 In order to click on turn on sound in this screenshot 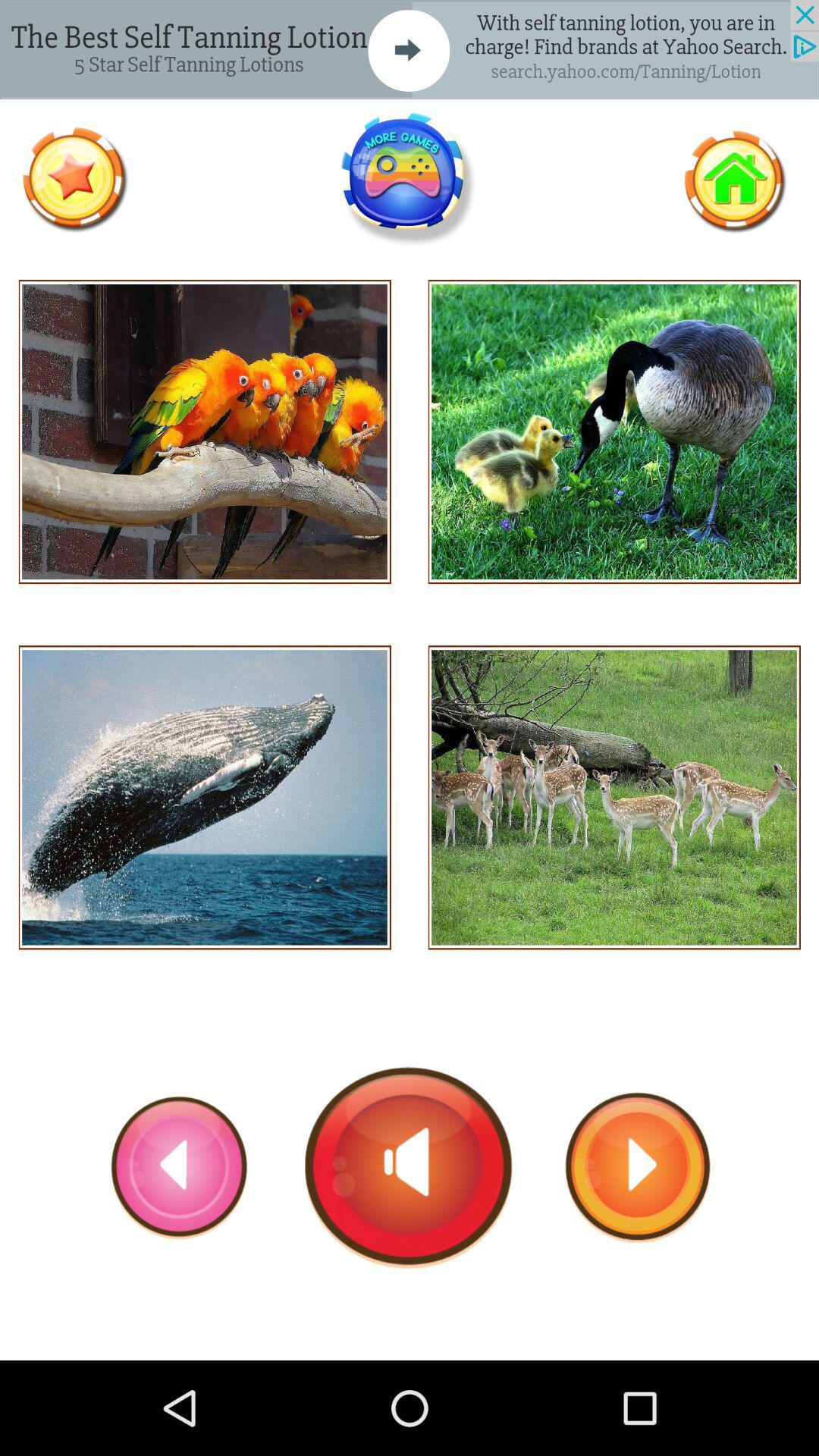, I will do `click(408, 1166)`.